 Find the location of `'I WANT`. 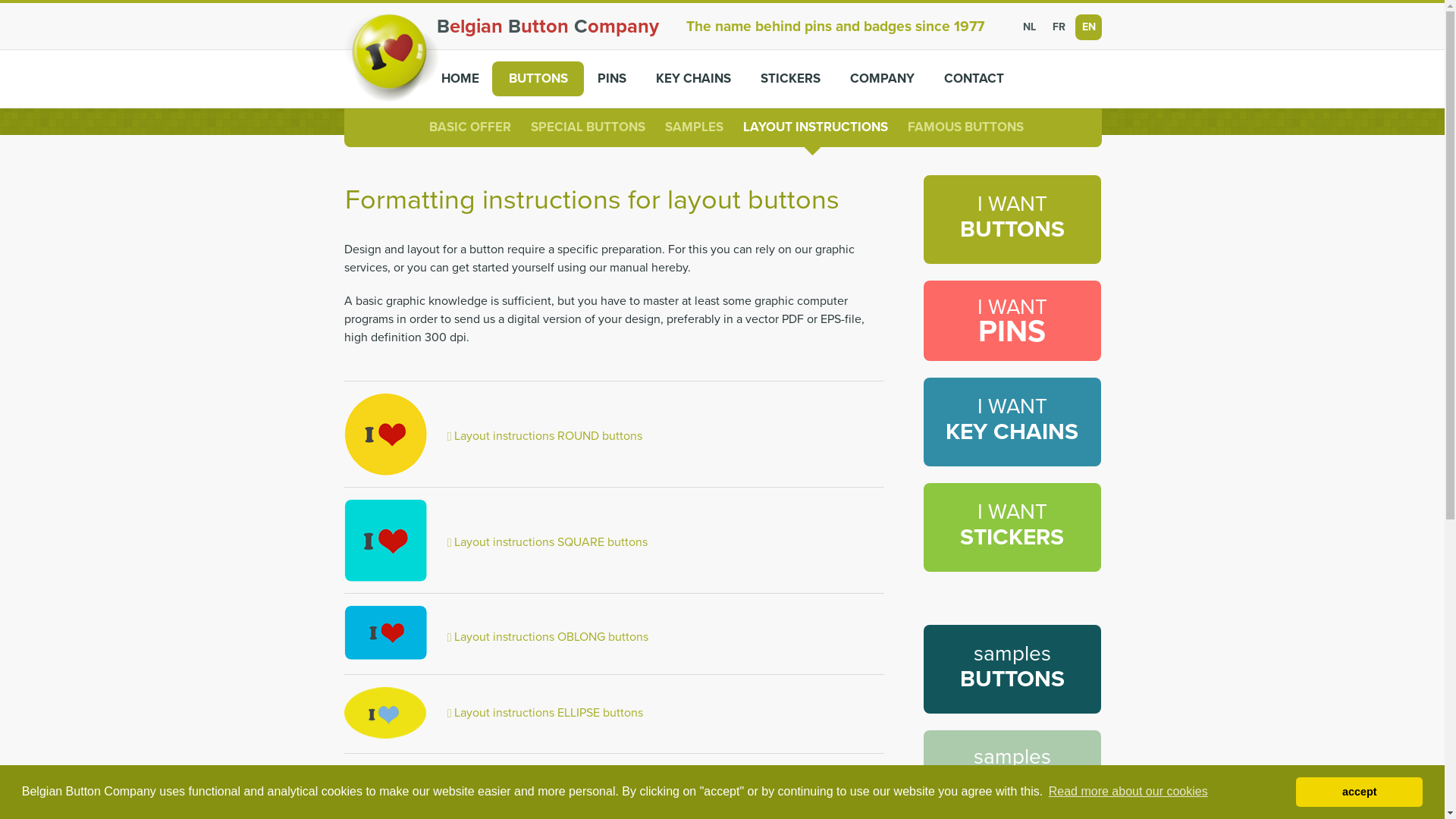

'I WANT is located at coordinates (1012, 320).